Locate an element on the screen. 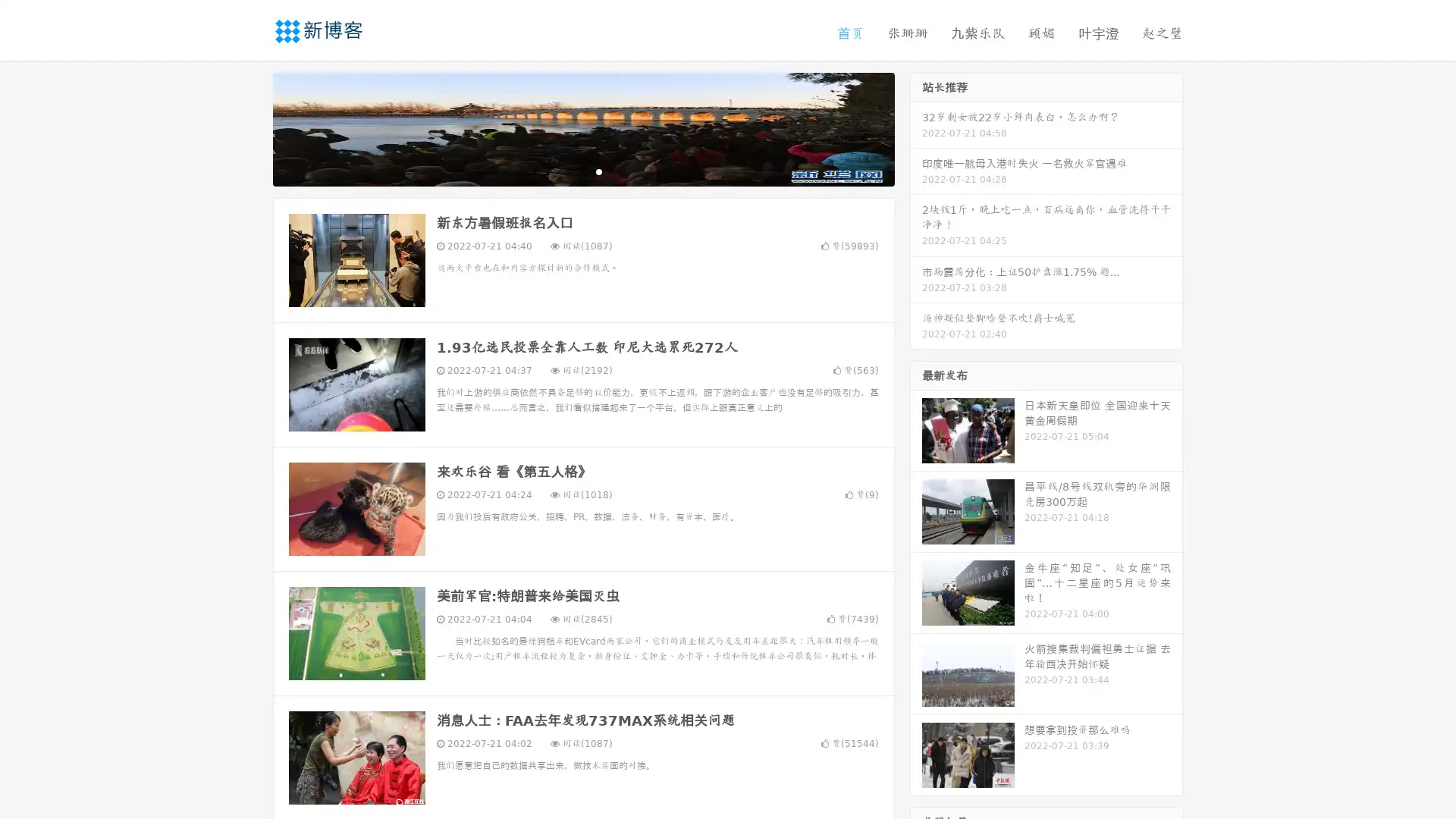 Image resolution: width=1456 pixels, height=819 pixels. Previous slide is located at coordinates (250, 127).